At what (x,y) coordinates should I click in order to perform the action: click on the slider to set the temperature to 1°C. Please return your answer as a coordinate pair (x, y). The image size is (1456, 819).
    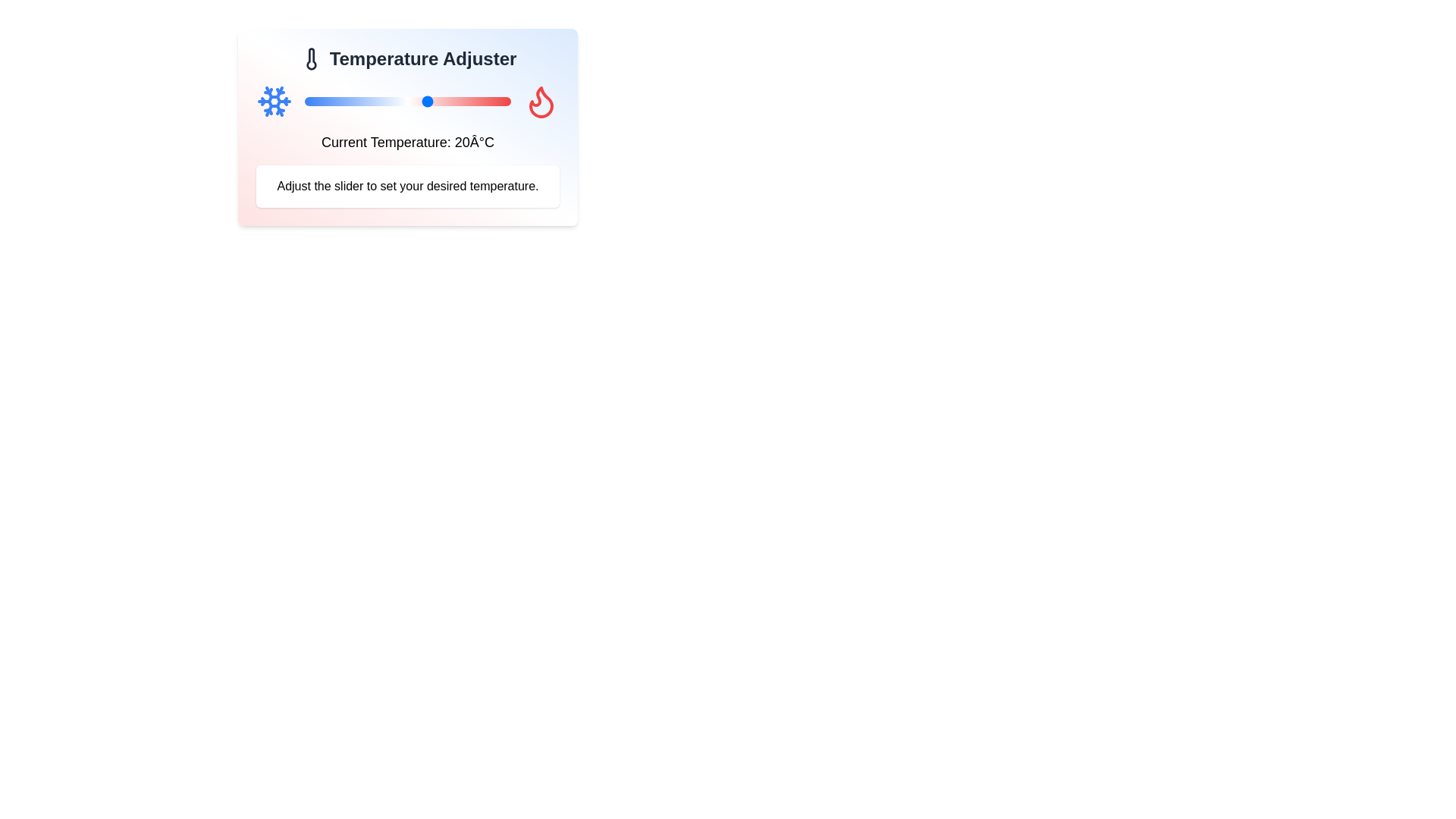
    Looking at the image, I should click on (349, 102).